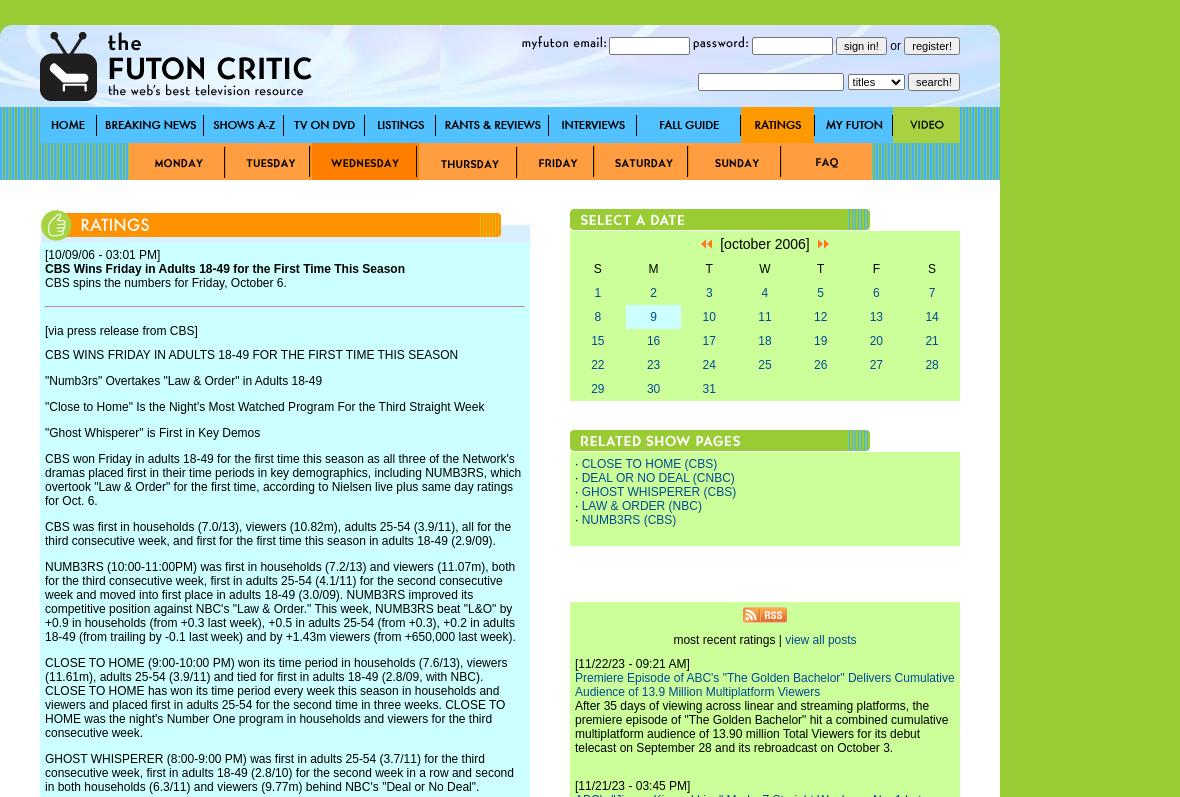 The height and width of the screenshot is (797, 1180). Describe the element at coordinates (43, 283) in the screenshot. I see `'CBS spins the numbers for Friday, October 6.'` at that location.